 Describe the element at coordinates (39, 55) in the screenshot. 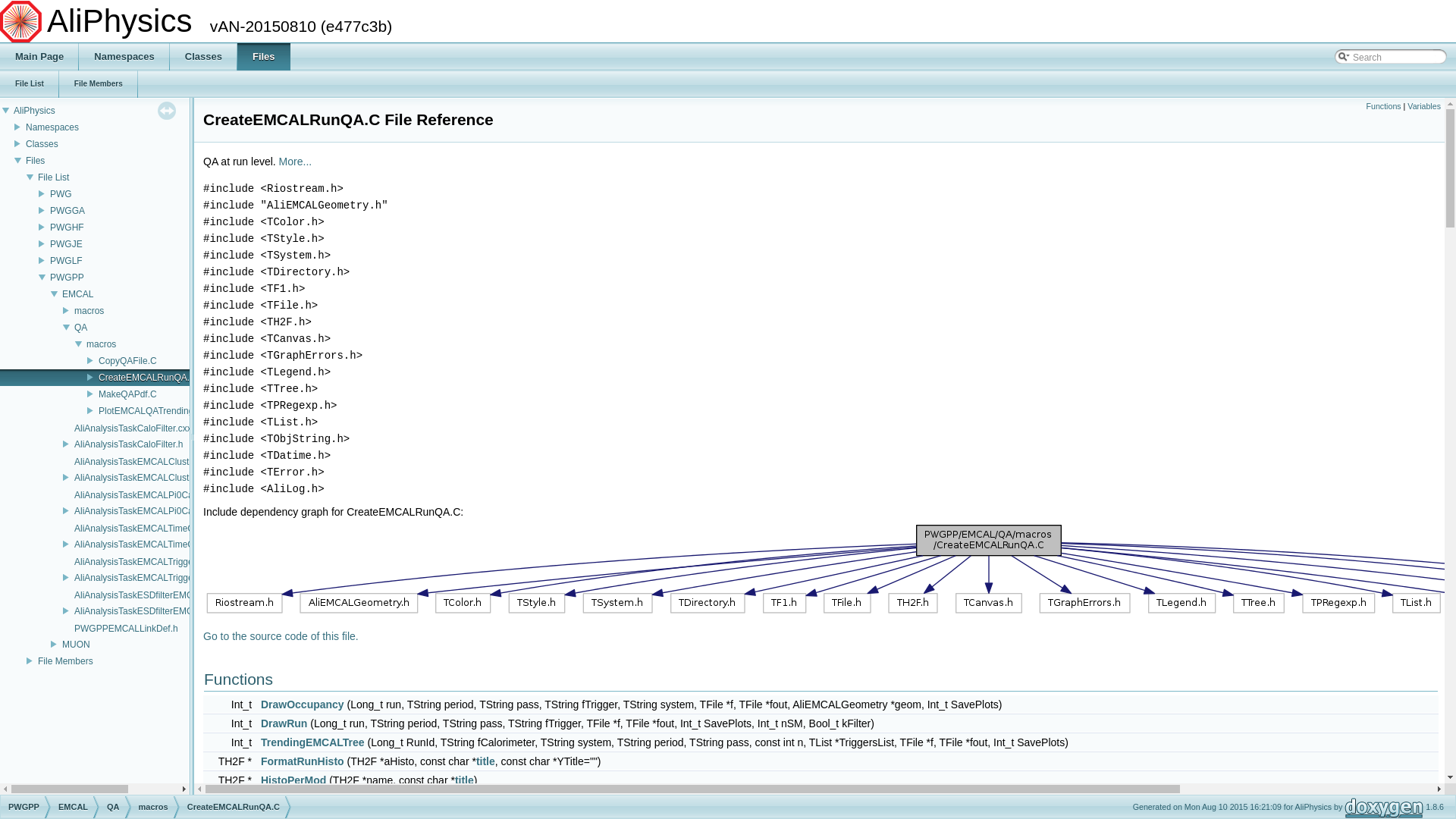

I see `'Main Page'` at that location.